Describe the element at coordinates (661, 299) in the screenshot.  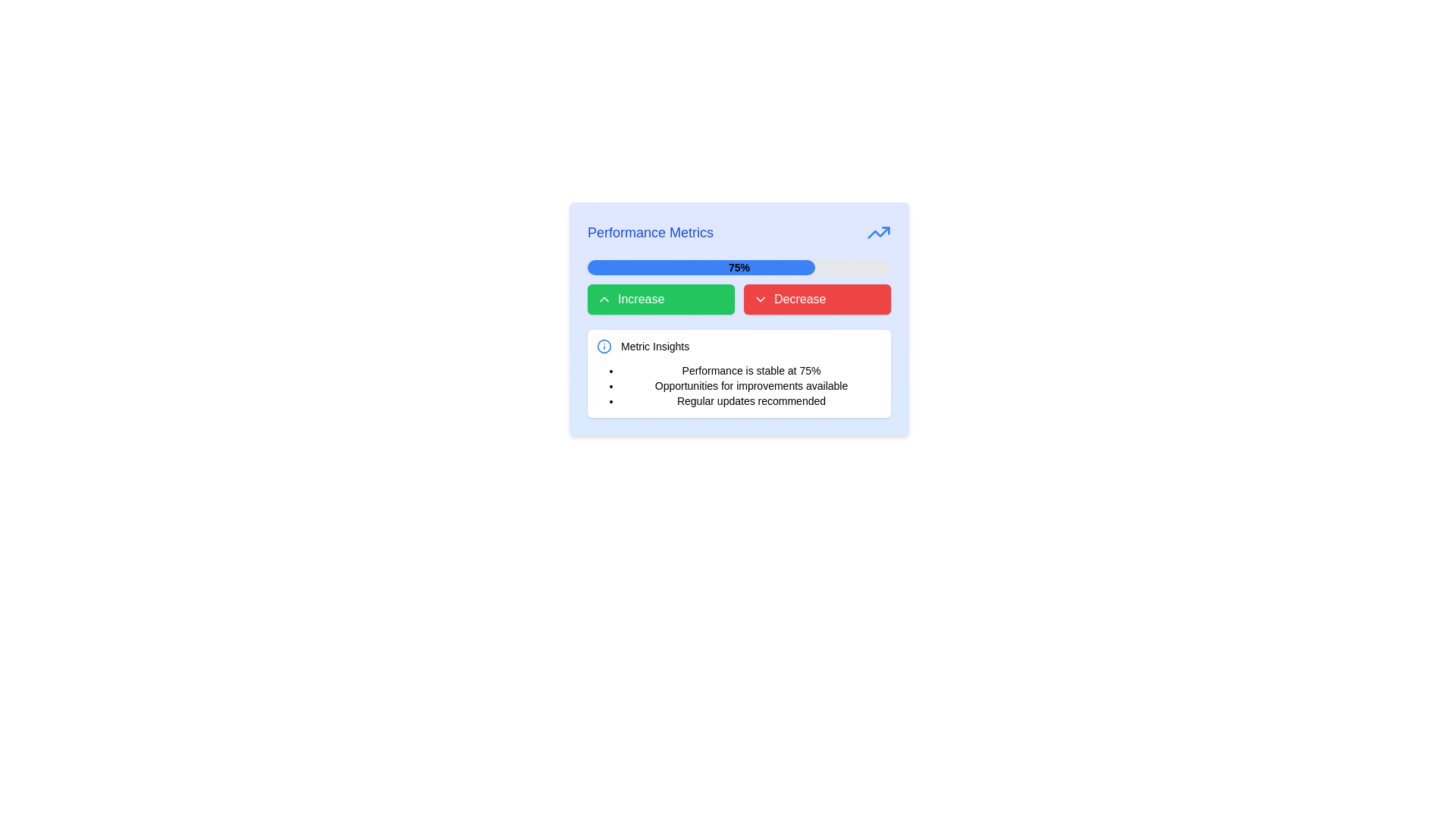
I see `the green 'Increase' button, which has a white text label and an upward-facing chevron icon, located below the progress bar` at that location.